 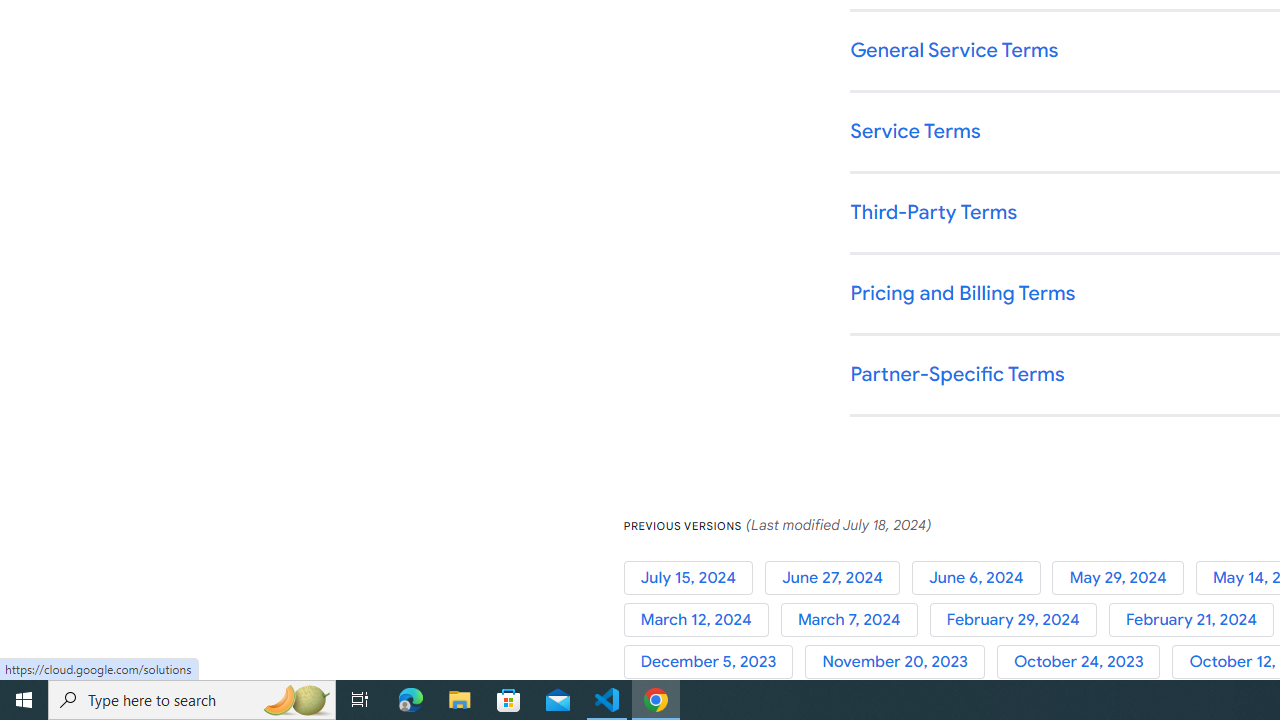 What do you see at coordinates (837, 577) in the screenshot?
I see `'June 27, 2024'` at bounding box center [837, 577].